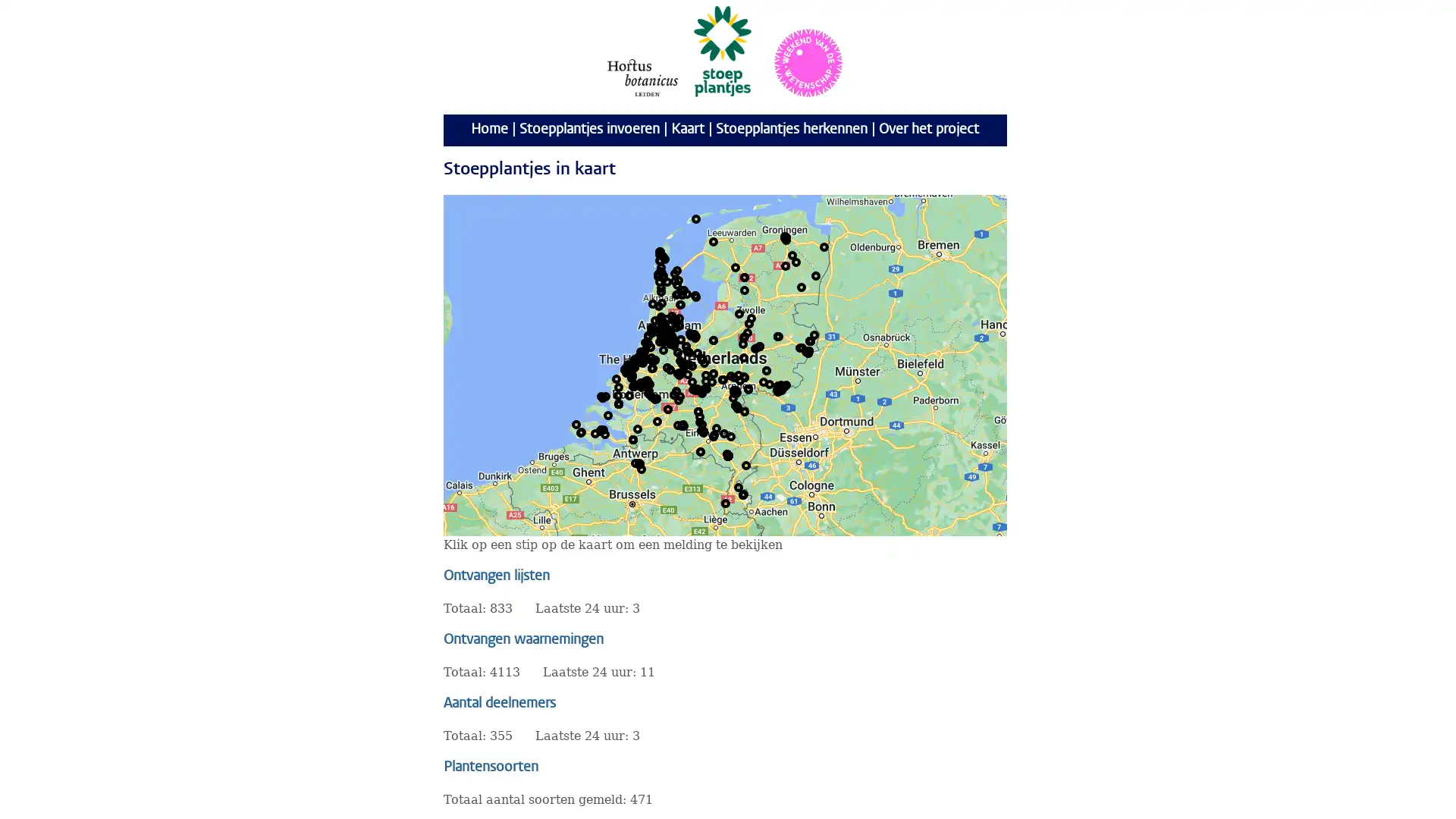 Image resolution: width=1456 pixels, height=819 pixels. What do you see at coordinates (695, 296) in the screenshot?
I see `Telling van Soraya op 08 oktober 2021` at bounding box center [695, 296].